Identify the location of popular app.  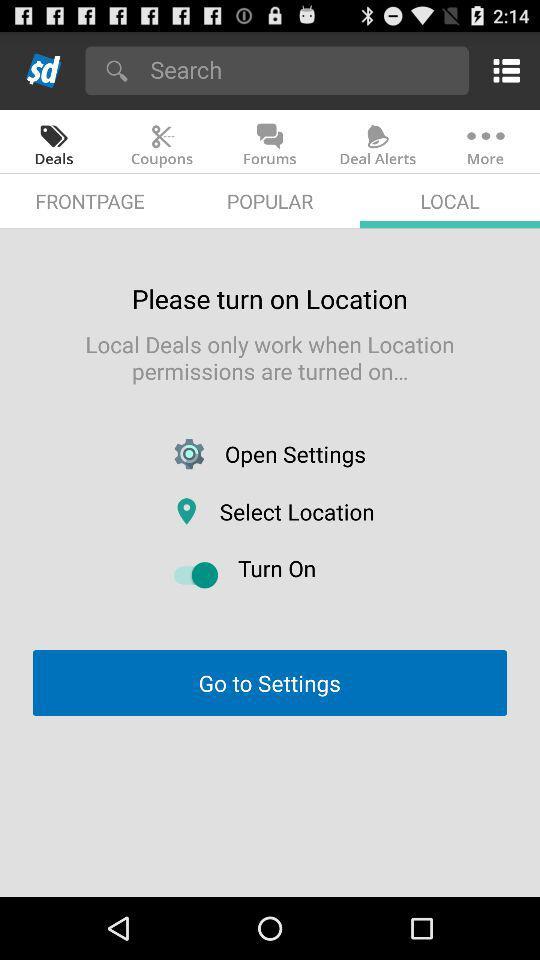
(270, 201).